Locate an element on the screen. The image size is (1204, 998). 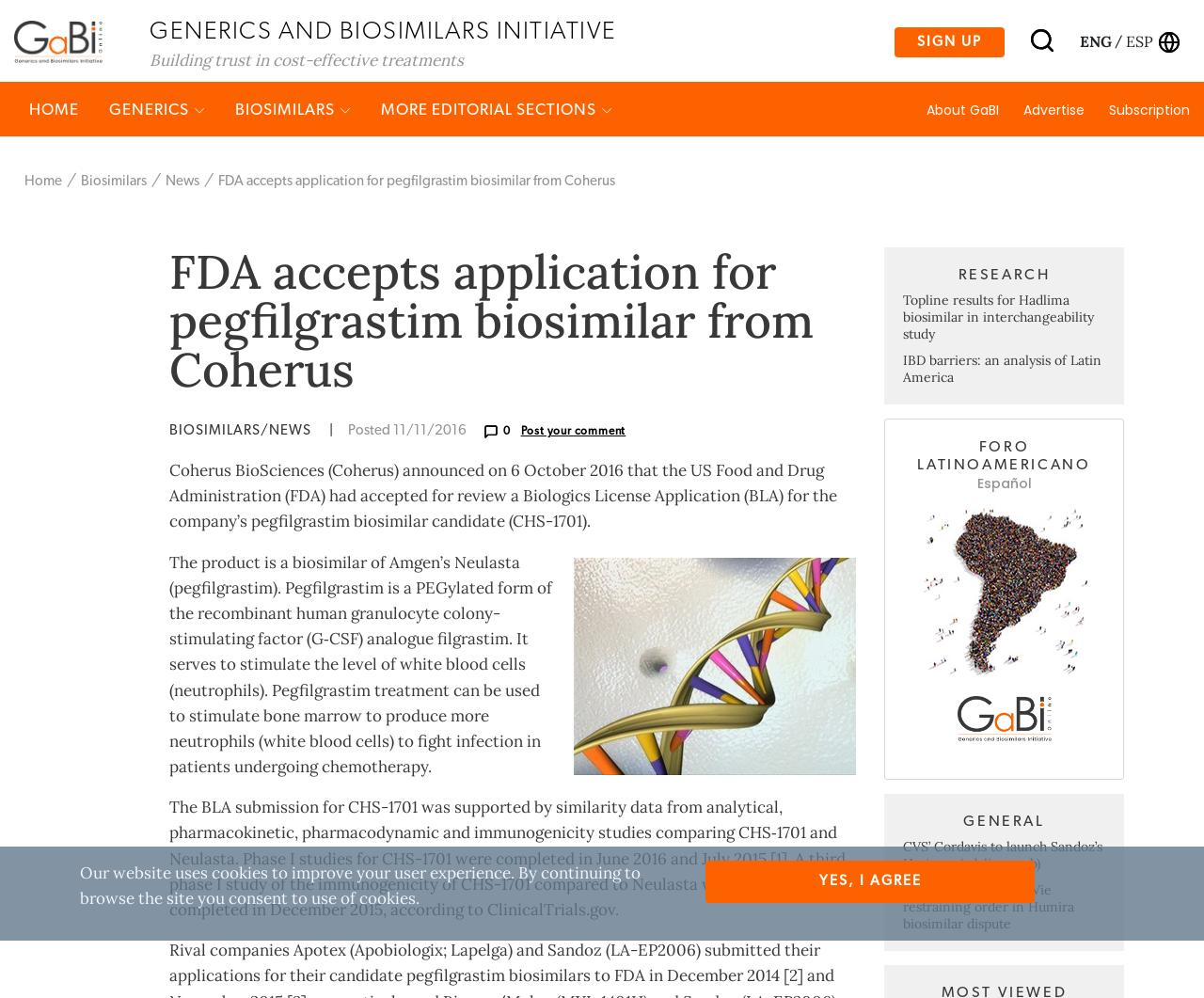
'General' is located at coordinates (1003, 893).